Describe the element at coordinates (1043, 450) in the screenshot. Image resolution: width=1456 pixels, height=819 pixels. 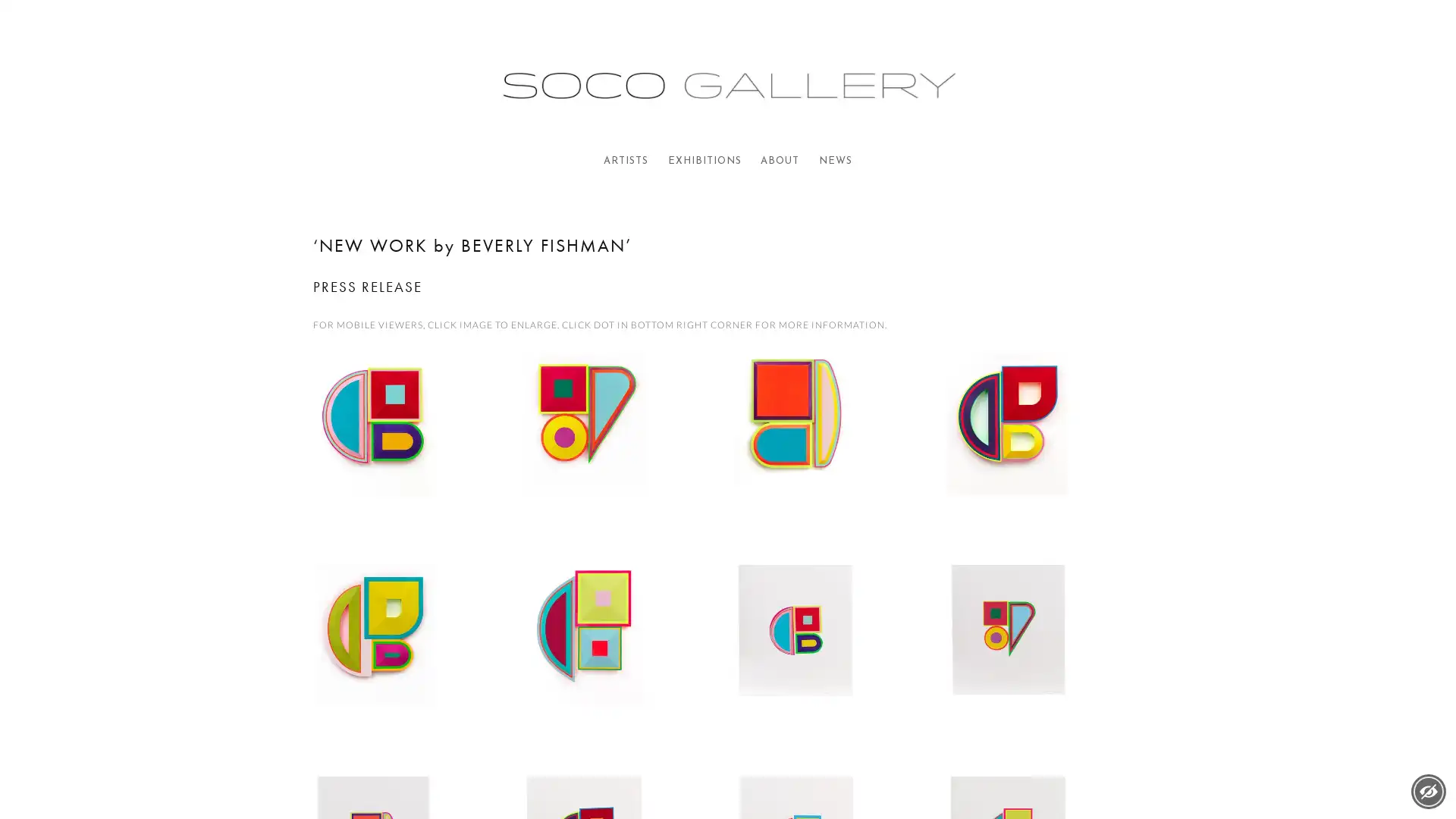
I see `View fullsize BEVERLY FISHMAN Untitled (Pain, Opioid Addiction, Anxiety), 2021 Urethane paint on wood 42.88 x 44 inches INQUIRE +` at that location.